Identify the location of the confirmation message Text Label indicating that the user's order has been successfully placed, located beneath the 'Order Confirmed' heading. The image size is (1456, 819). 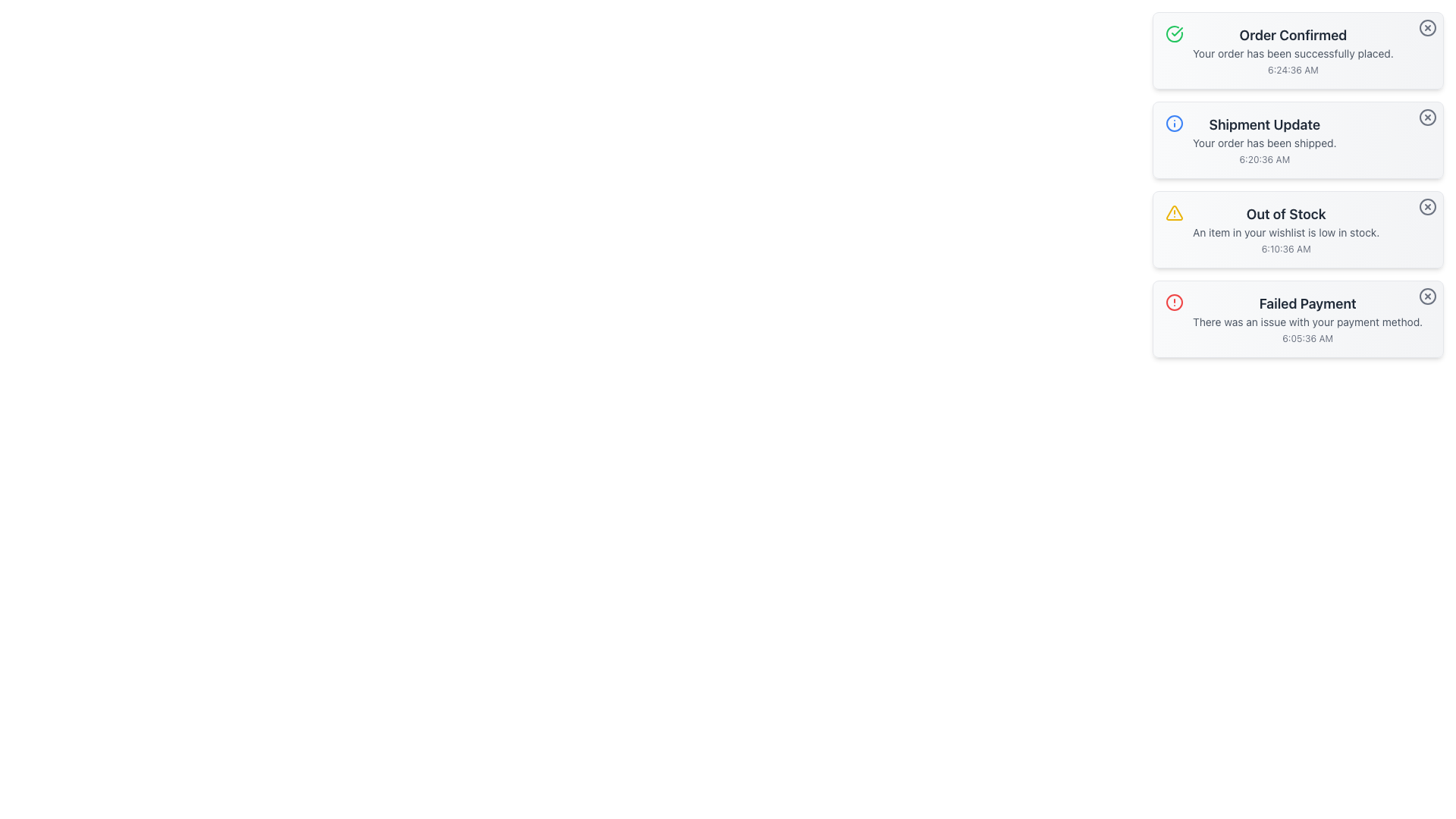
(1292, 52).